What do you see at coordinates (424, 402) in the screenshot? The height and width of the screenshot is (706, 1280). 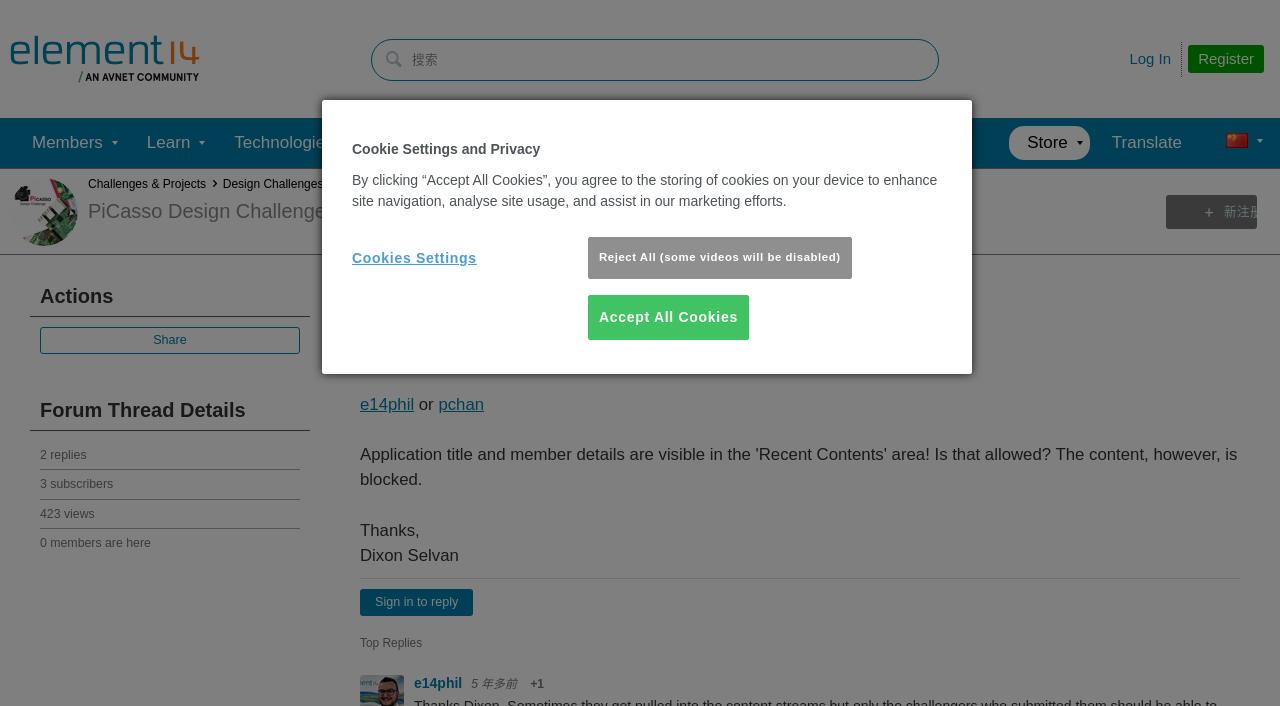 I see `'or'` at bounding box center [424, 402].